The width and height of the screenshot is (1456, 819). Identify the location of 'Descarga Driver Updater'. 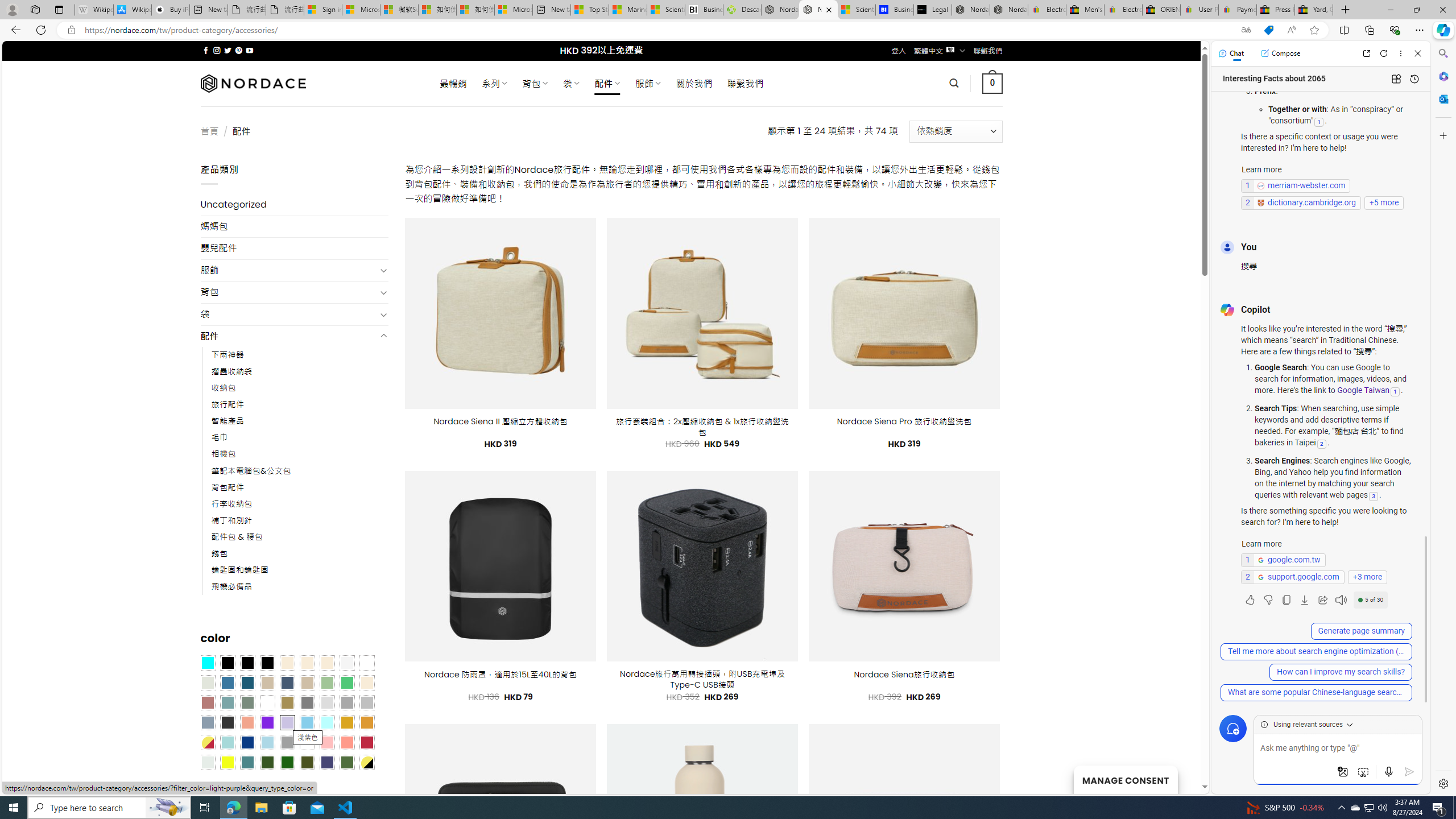
(742, 9).